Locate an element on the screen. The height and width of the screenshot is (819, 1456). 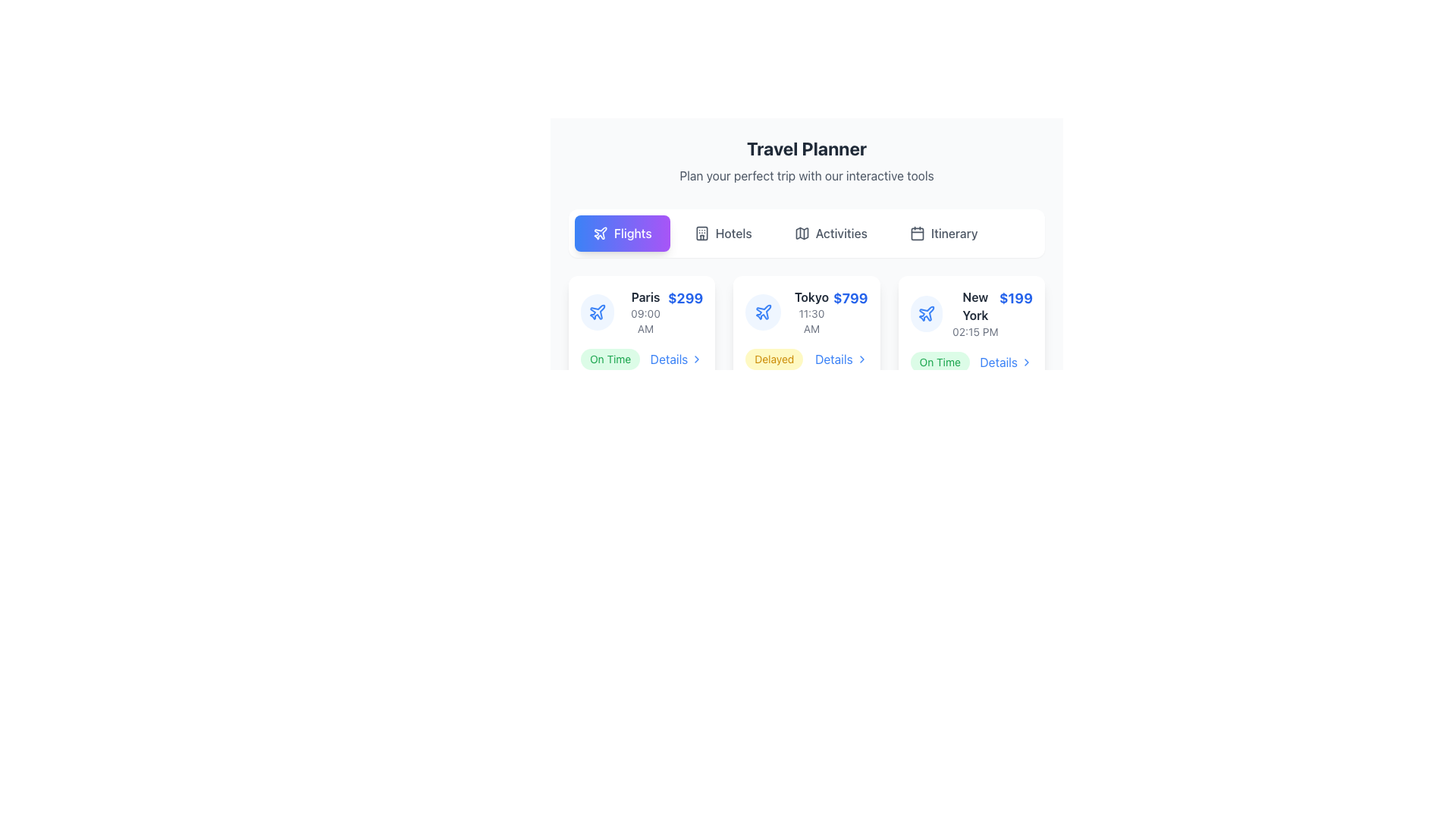
the fourth button in the horizontal navigation row is located at coordinates (943, 234).